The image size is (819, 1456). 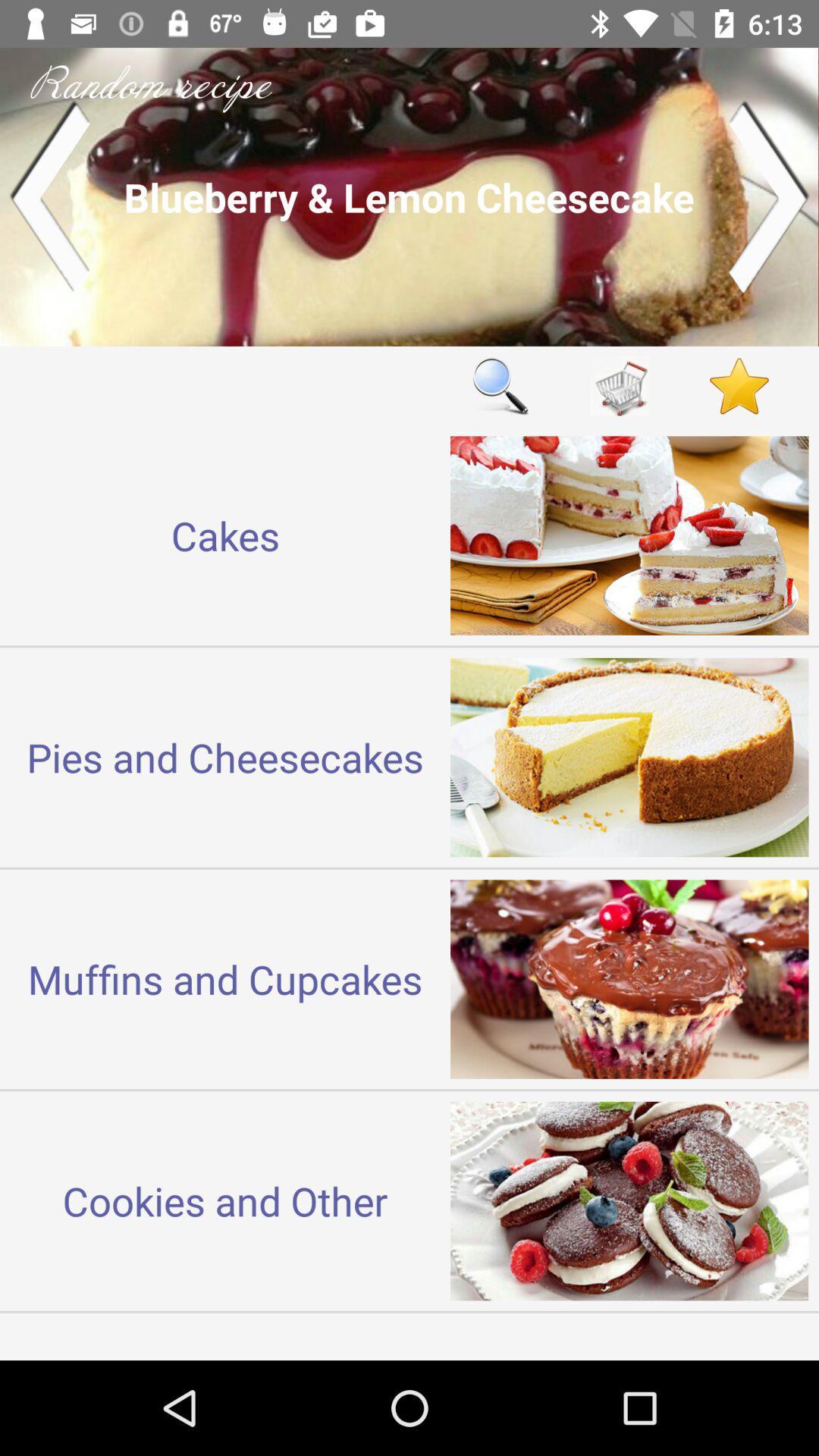 What do you see at coordinates (620, 386) in the screenshot?
I see `shopping list` at bounding box center [620, 386].